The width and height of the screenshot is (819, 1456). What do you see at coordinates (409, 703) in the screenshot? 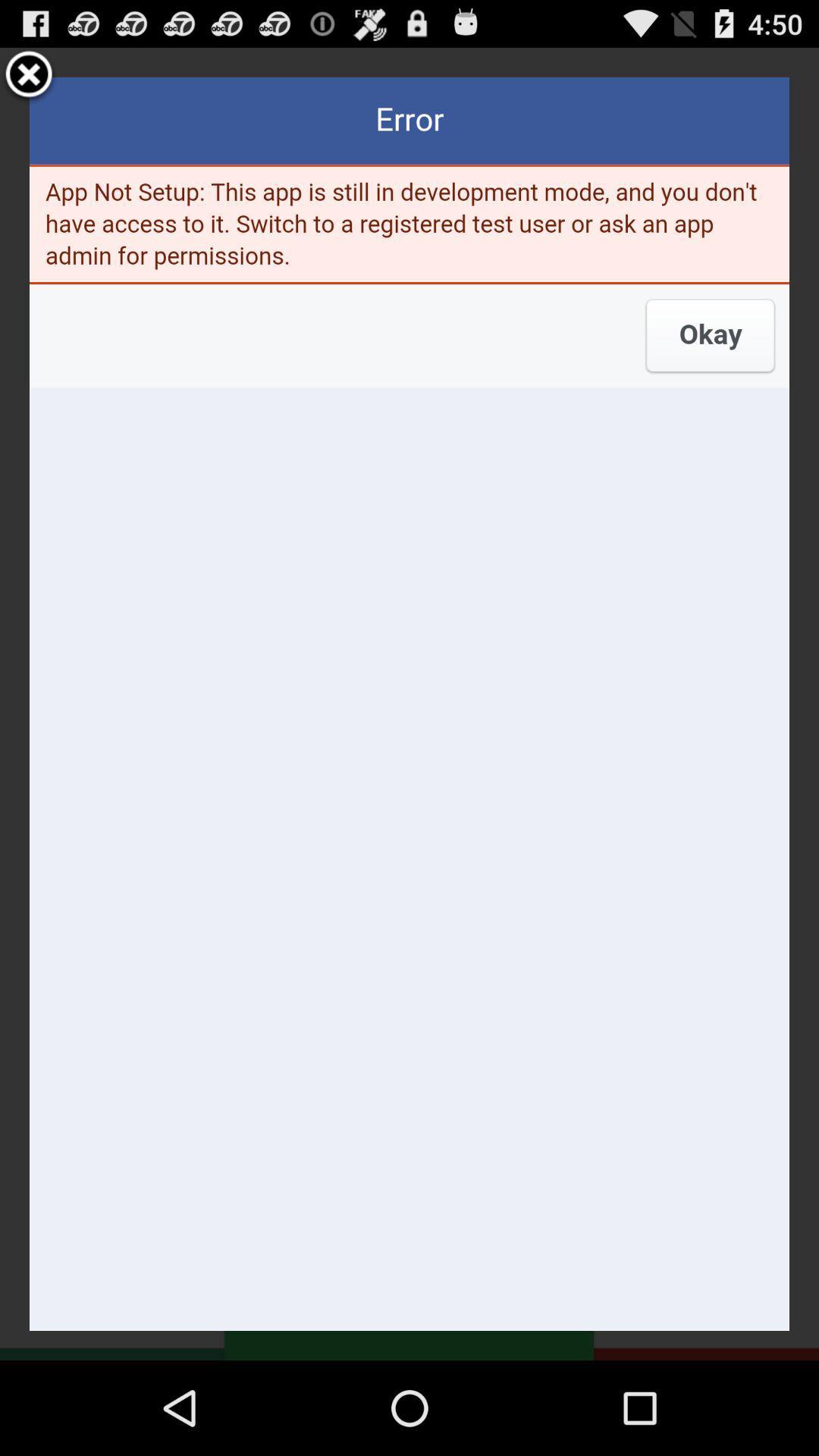
I see `error` at bounding box center [409, 703].